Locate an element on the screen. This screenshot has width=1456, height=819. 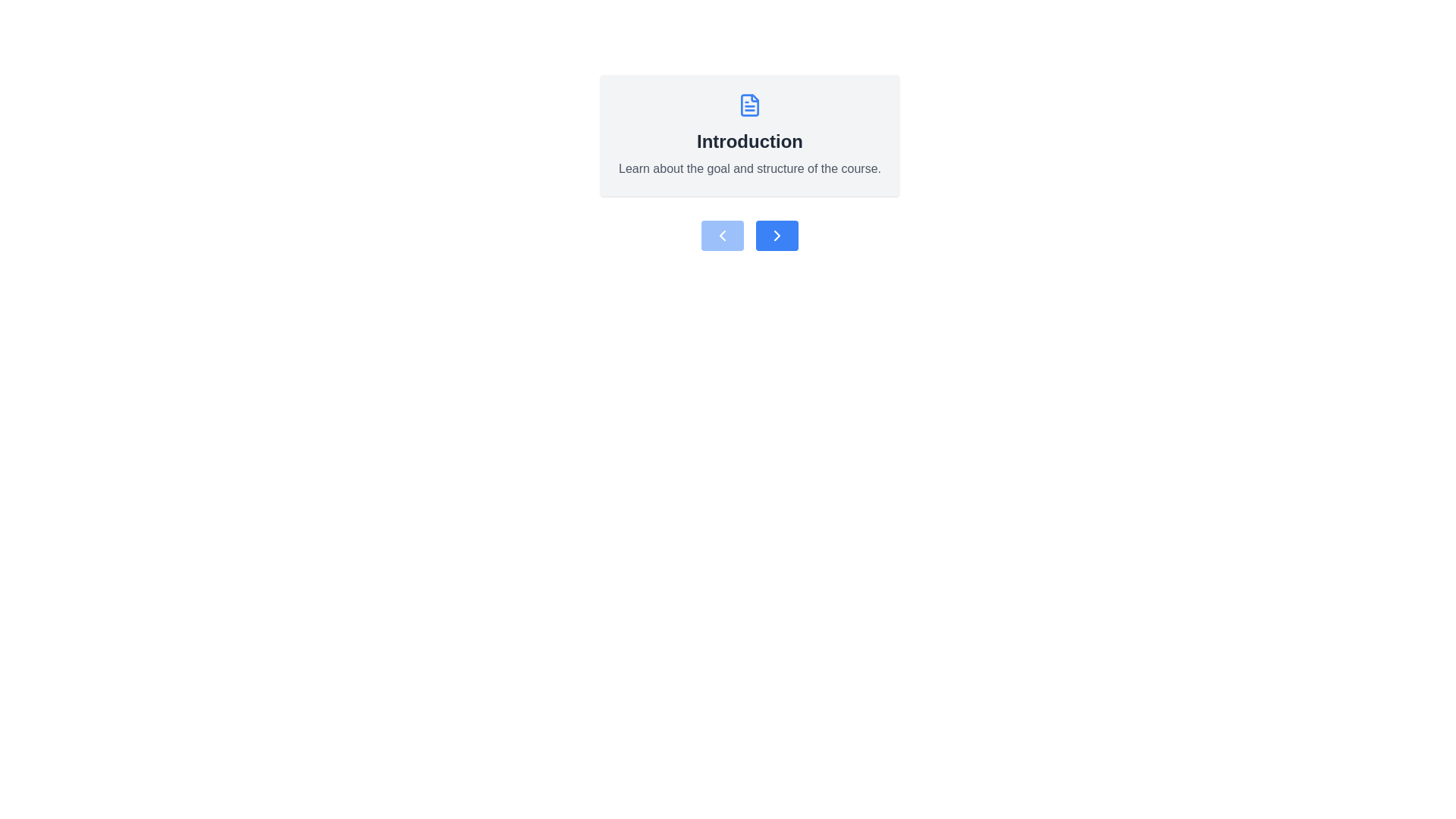
the button with a blue background and white text, featuring a right-pointing chevron icon, located below the 'Introduction' section is located at coordinates (777, 236).